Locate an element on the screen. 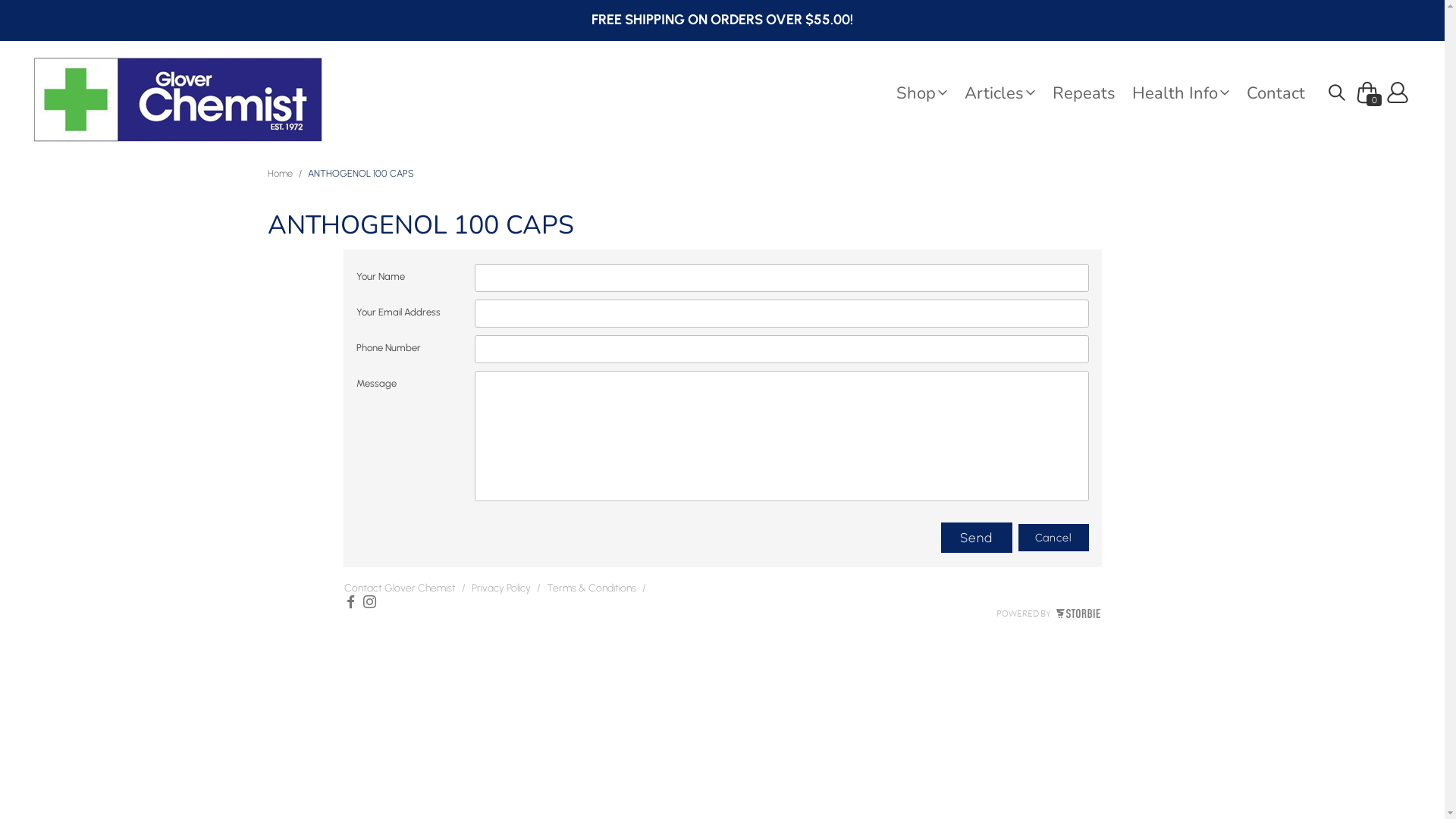 Image resolution: width=1456 pixels, height=819 pixels. 'Articles' is located at coordinates (1008, 93).